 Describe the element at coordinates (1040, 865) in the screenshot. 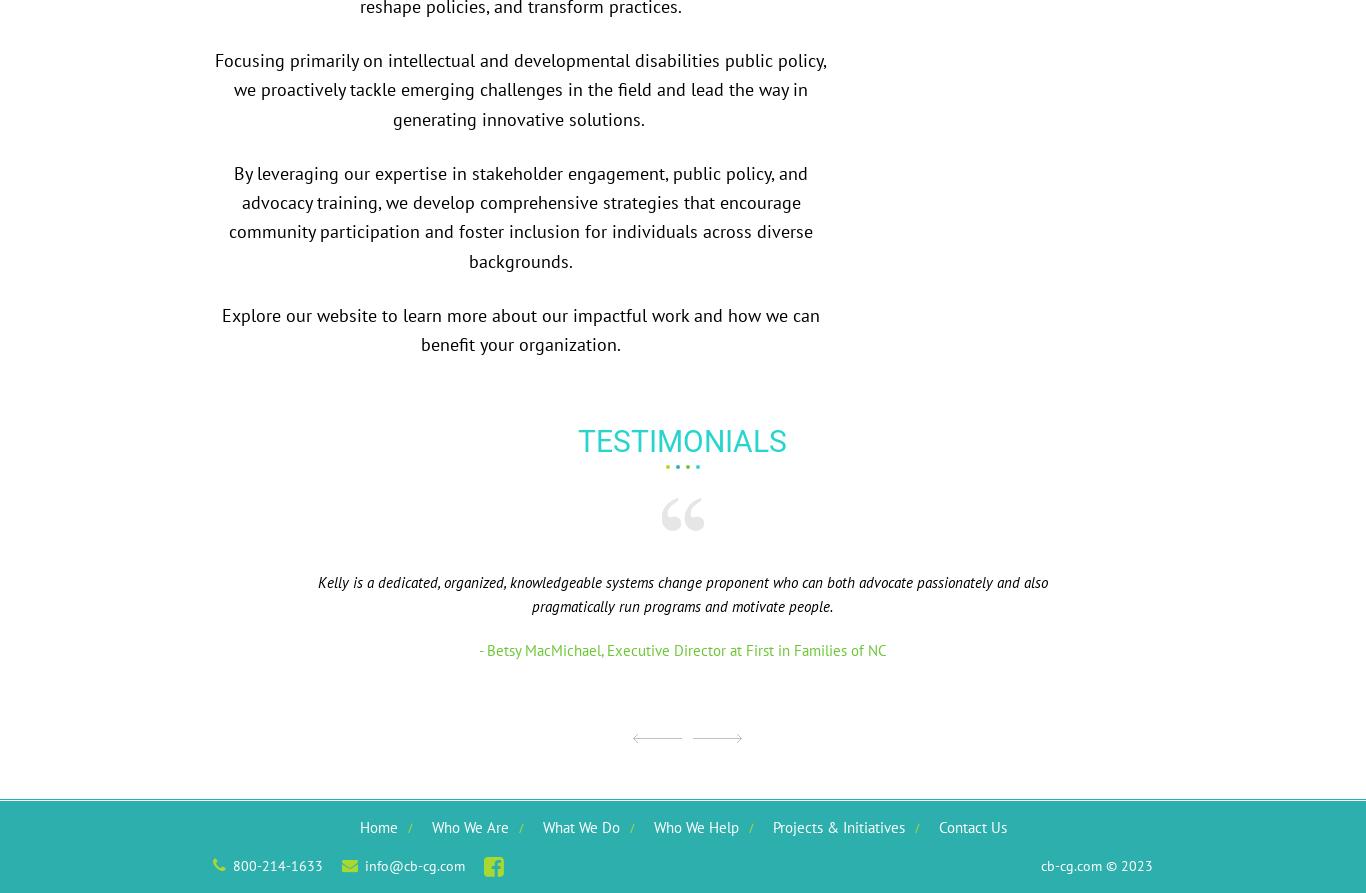

I see `'cb-cg.com © 2023'` at that location.